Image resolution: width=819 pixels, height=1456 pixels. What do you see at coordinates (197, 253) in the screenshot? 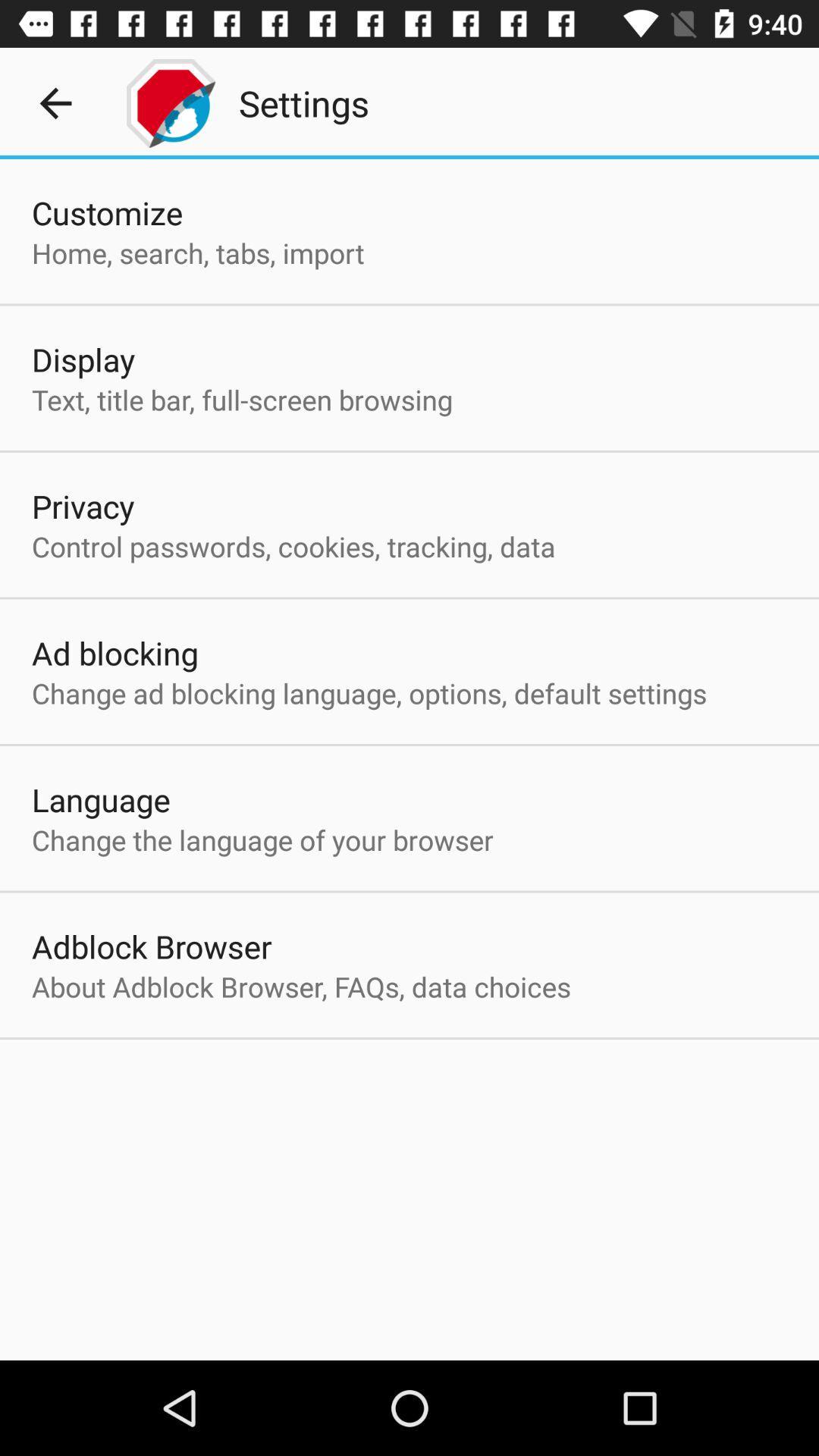
I see `the icon above display icon` at bounding box center [197, 253].